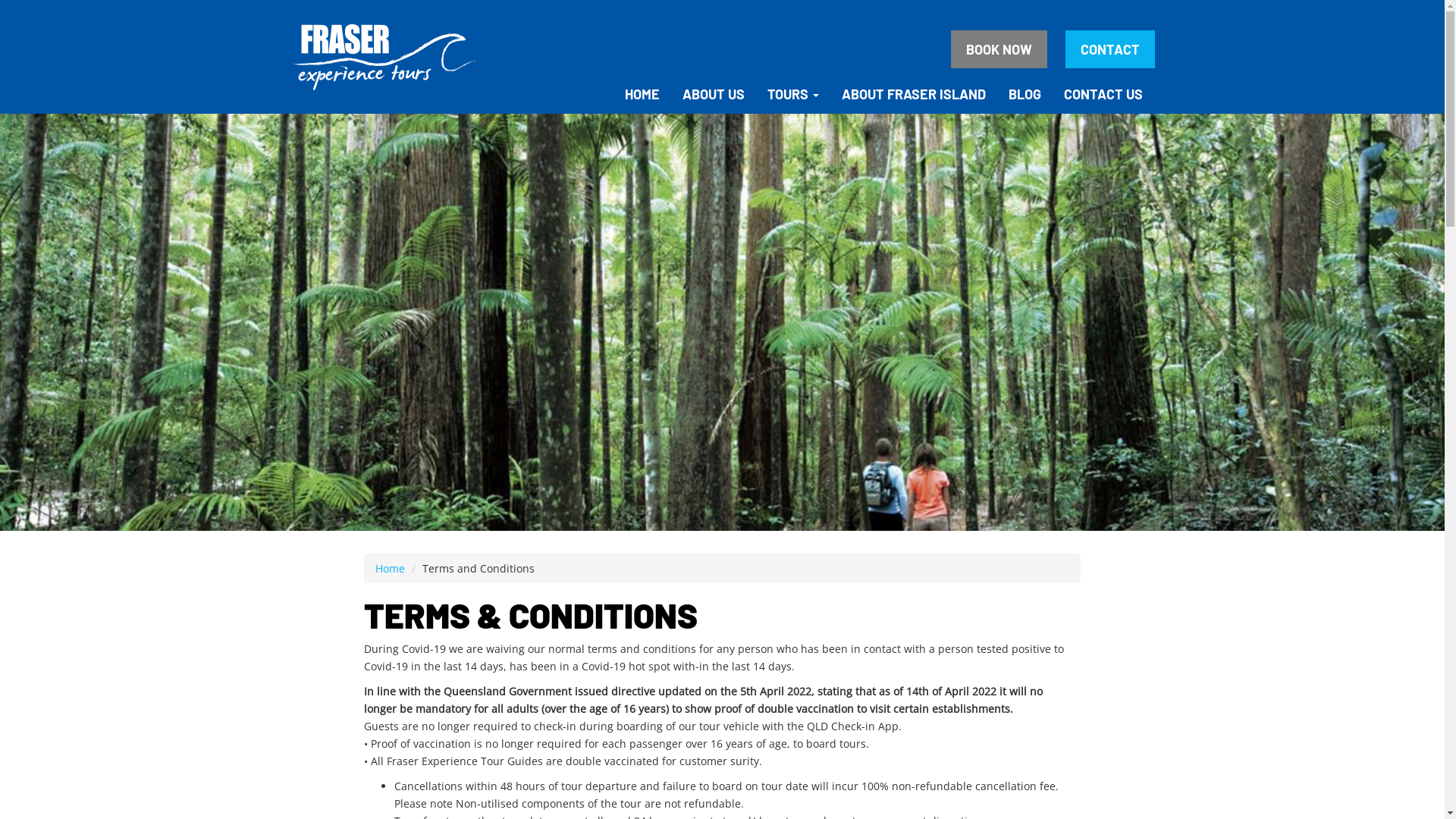  I want to click on 'ABOUT US', so click(712, 93).